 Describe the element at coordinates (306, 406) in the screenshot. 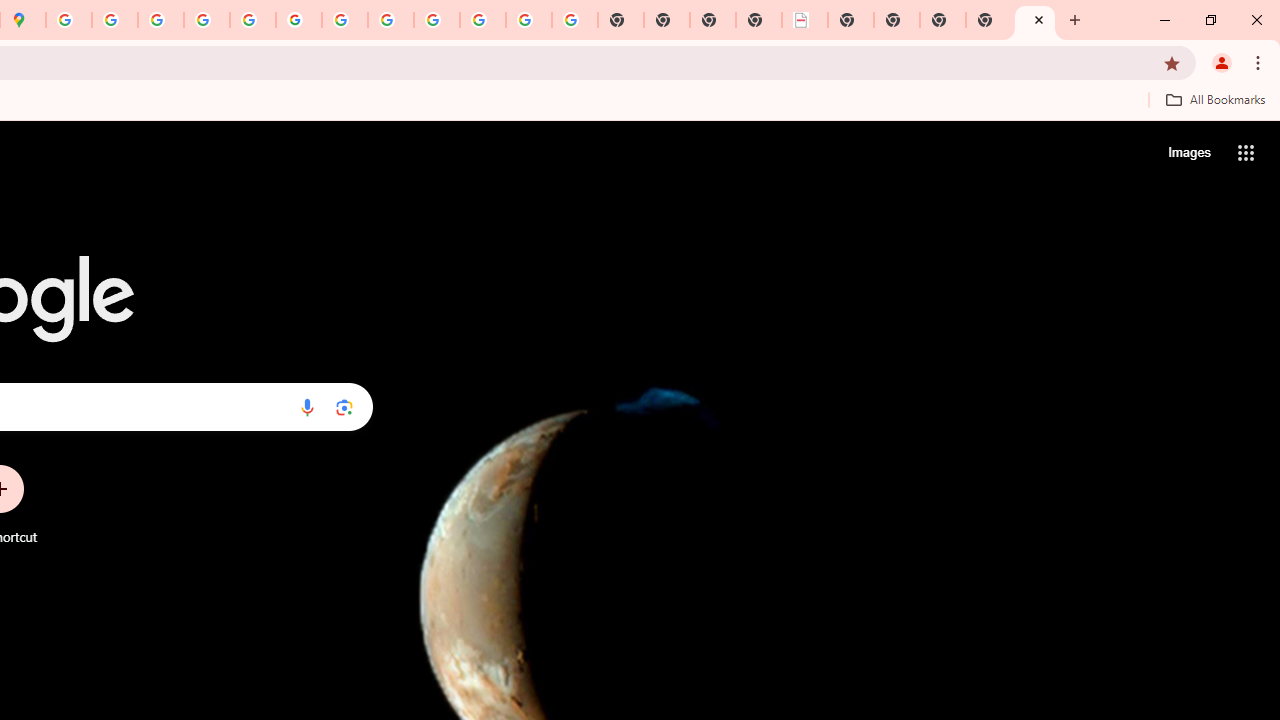

I see `'Search by voice'` at that location.